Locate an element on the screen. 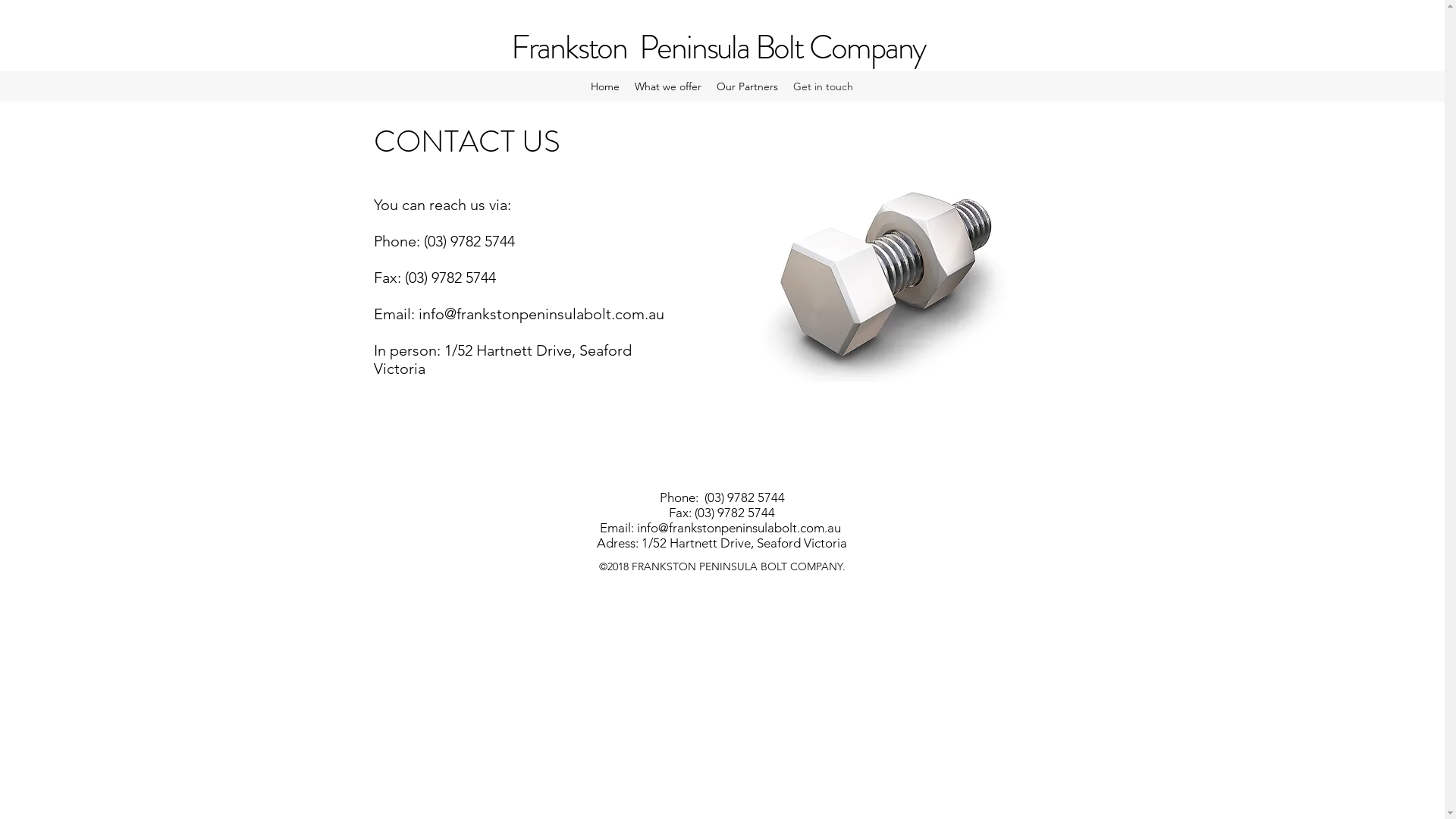 The image size is (1456, 819). 'Get in touch' is located at coordinates (822, 86).